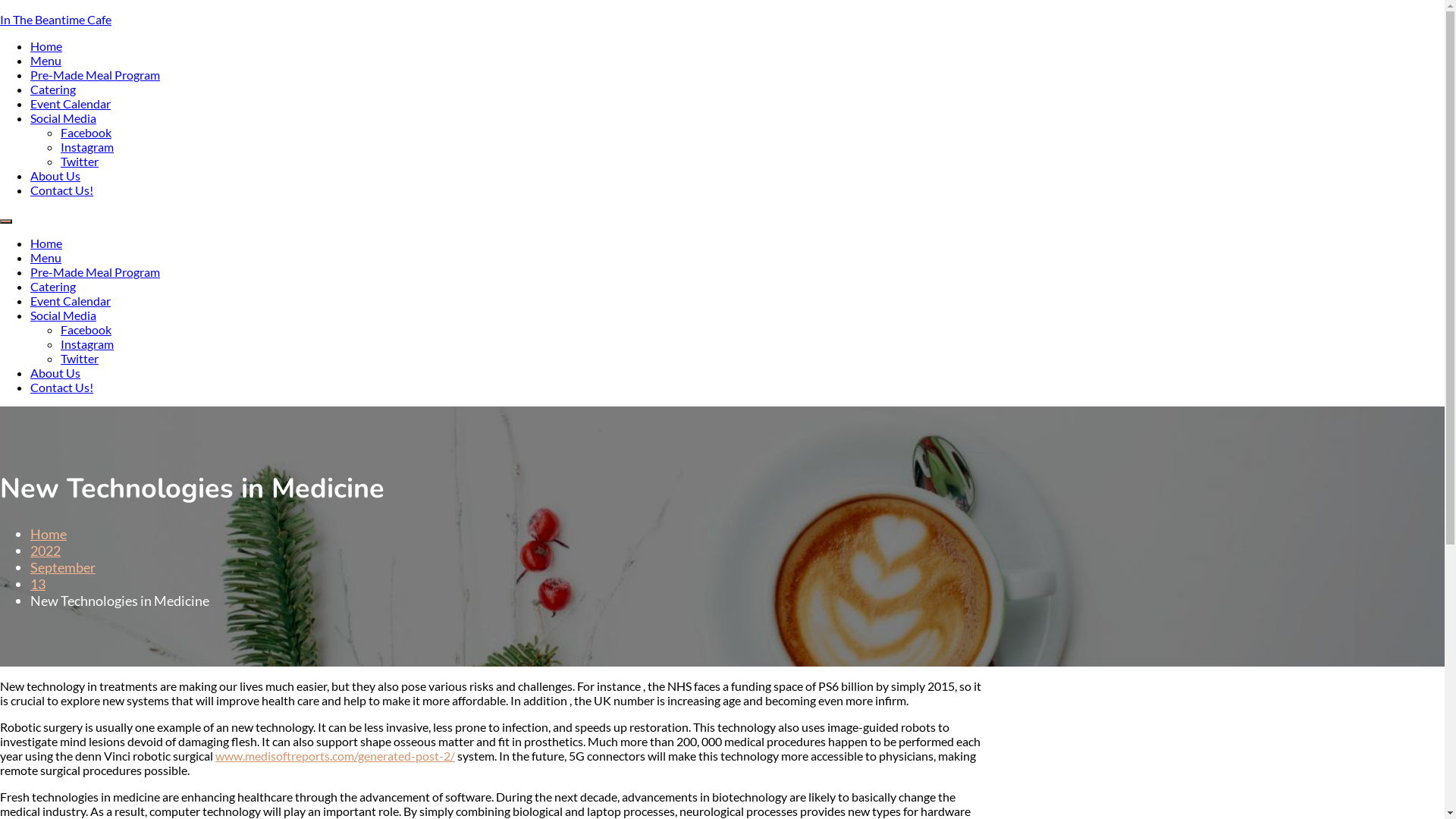  What do you see at coordinates (86, 344) in the screenshot?
I see `'Instagram'` at bounding box center [86, 344].